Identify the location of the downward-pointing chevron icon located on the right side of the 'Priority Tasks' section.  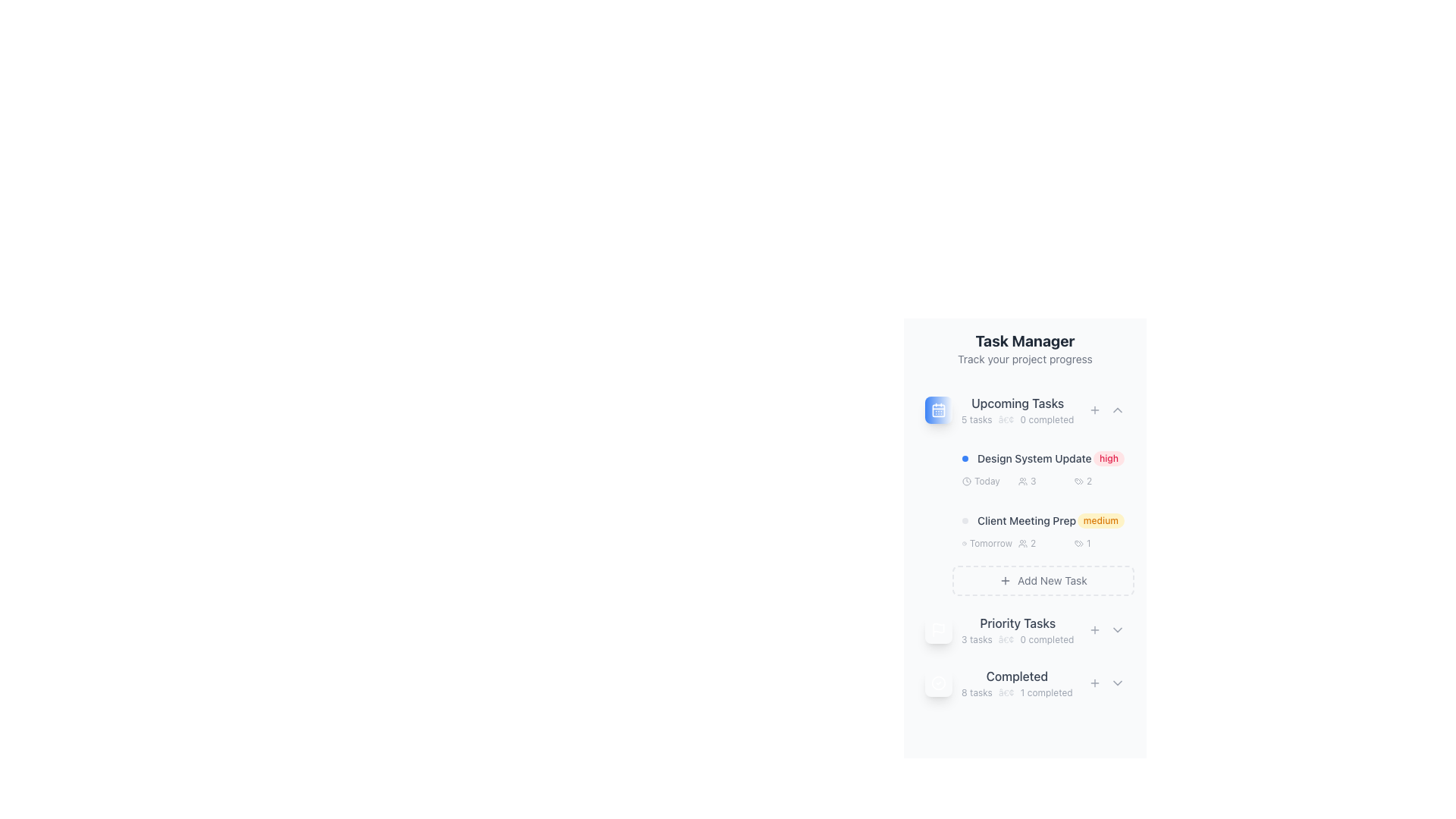
(1117, 629).